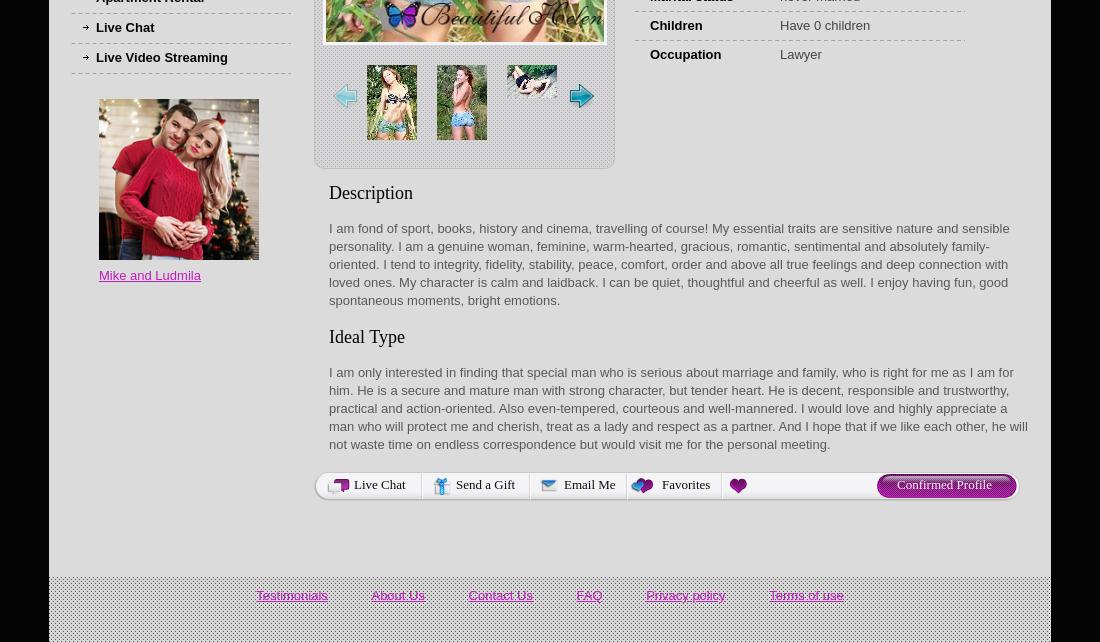  I want to click on 'I am only interested in finding that special man who is serious about marriage and family, who is right for me as I am for him. He is a secure and mature man with strong character, but tender heart.
He is decent, responsible and trustworthy, practical and action-oriented. 
Also even-tempered, courteous and well-mannered.  I would love and highly appreciate a man who will protect me and cherish, treat as a lady and respect as a partner. And I hope that if we like each other, he will not waste time on endless correspondence but would visit me for the personal meeting.', so click(328, 408).